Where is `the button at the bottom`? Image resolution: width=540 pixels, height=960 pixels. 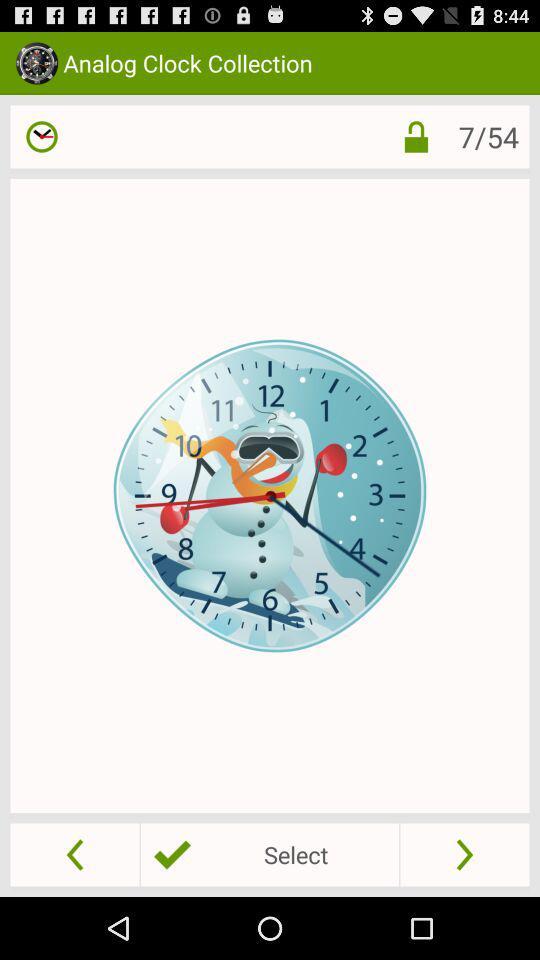 the button at the bottom is located at coordinates (270, 853).